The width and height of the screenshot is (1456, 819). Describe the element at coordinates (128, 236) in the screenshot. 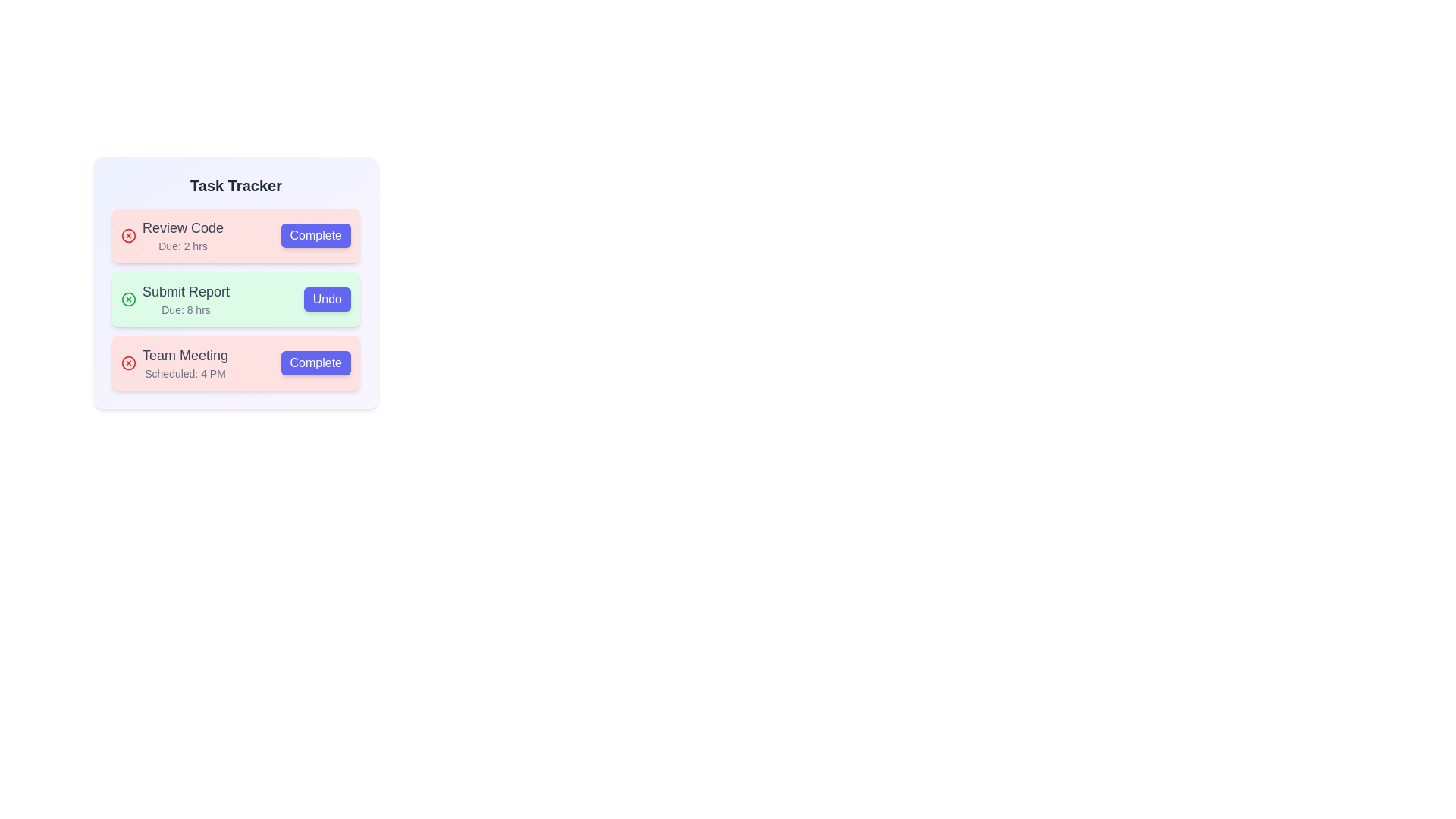

I see `the icon of a task to explore its significance` at that location.